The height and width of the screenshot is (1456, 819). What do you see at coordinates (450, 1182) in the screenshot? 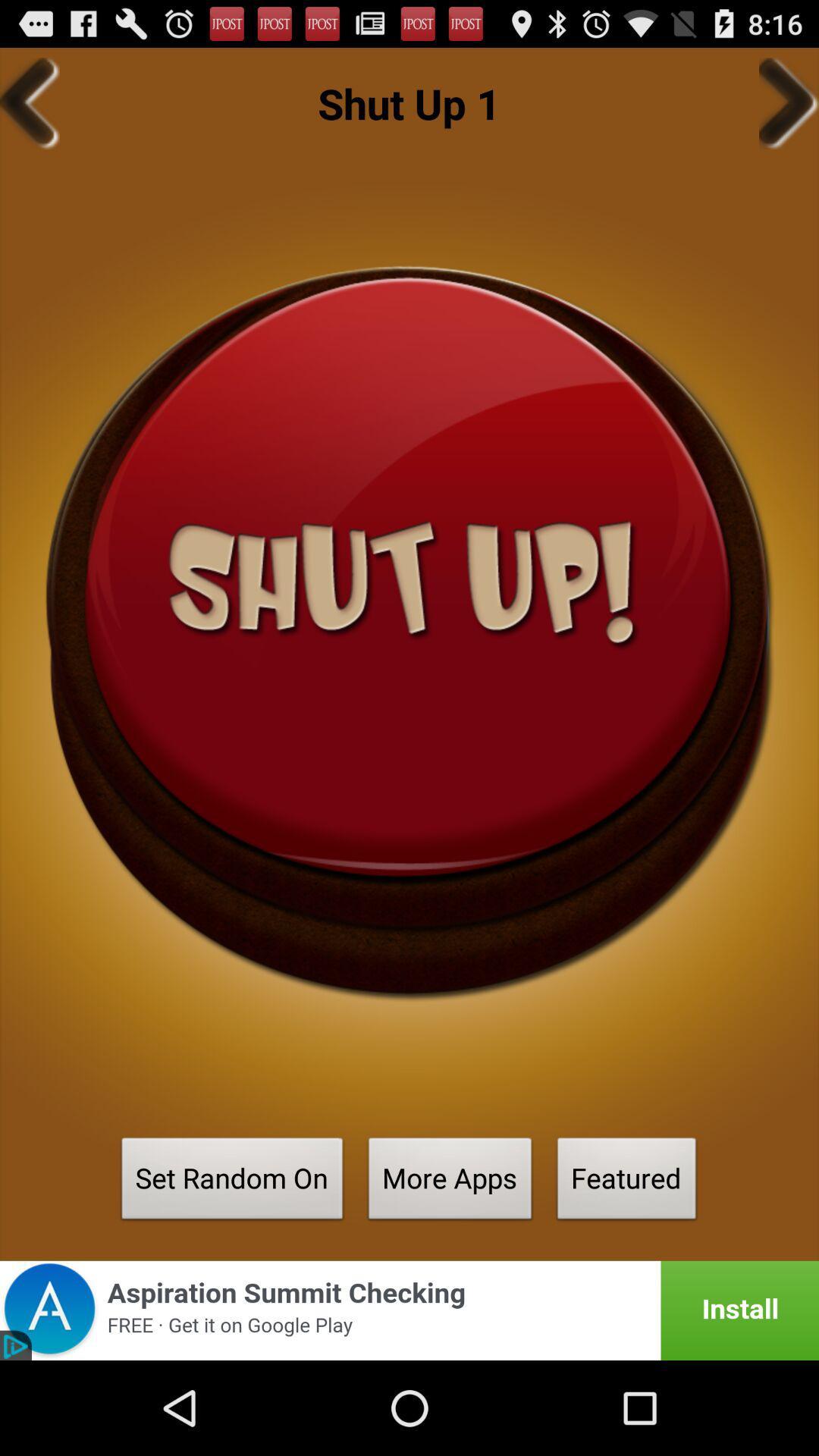
I see `the more apps button` at bounding box center [450, 1182].